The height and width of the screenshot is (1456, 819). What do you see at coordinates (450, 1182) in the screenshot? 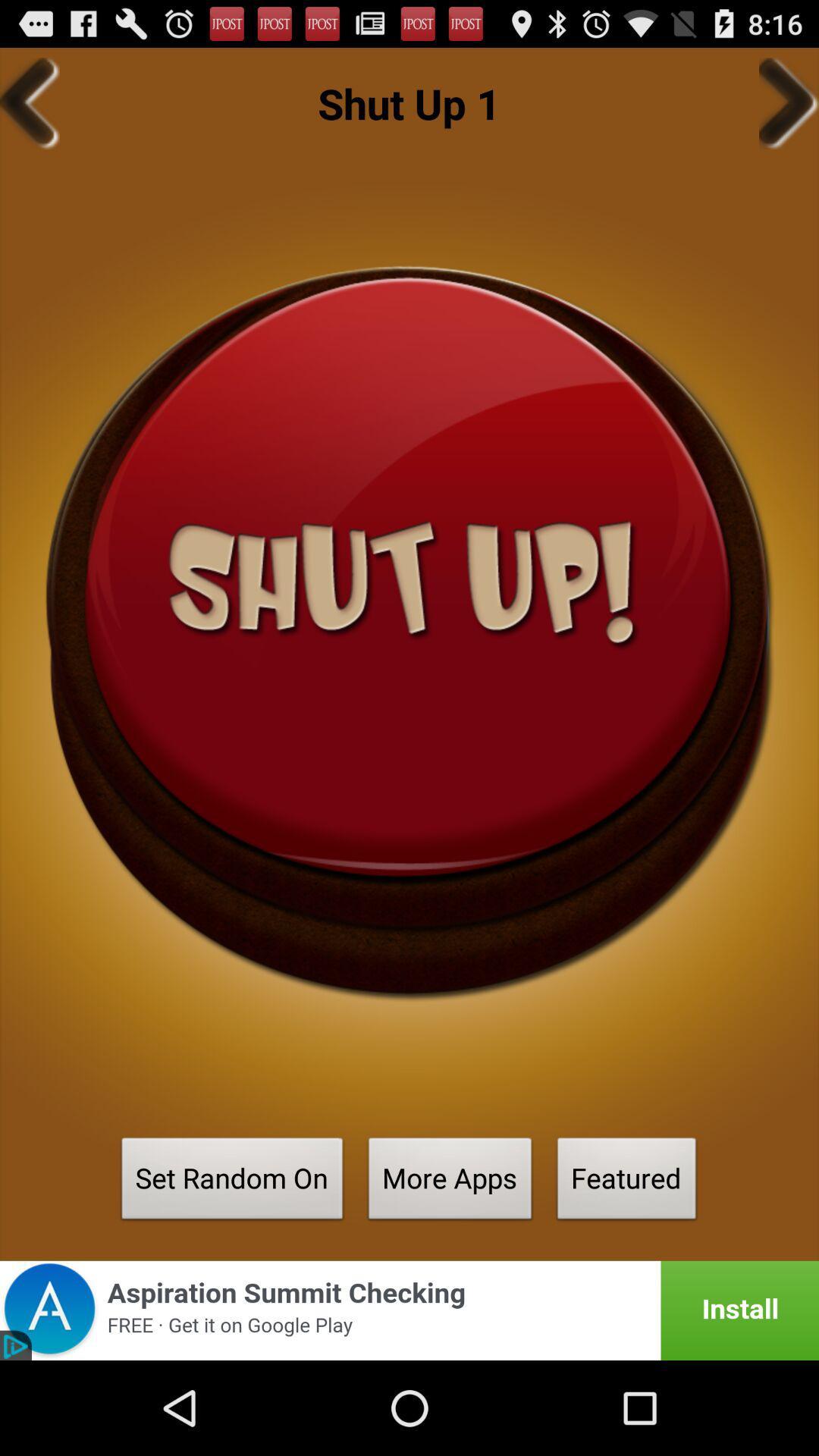
I see `the more apps button` at bounding box center [450, 1182].